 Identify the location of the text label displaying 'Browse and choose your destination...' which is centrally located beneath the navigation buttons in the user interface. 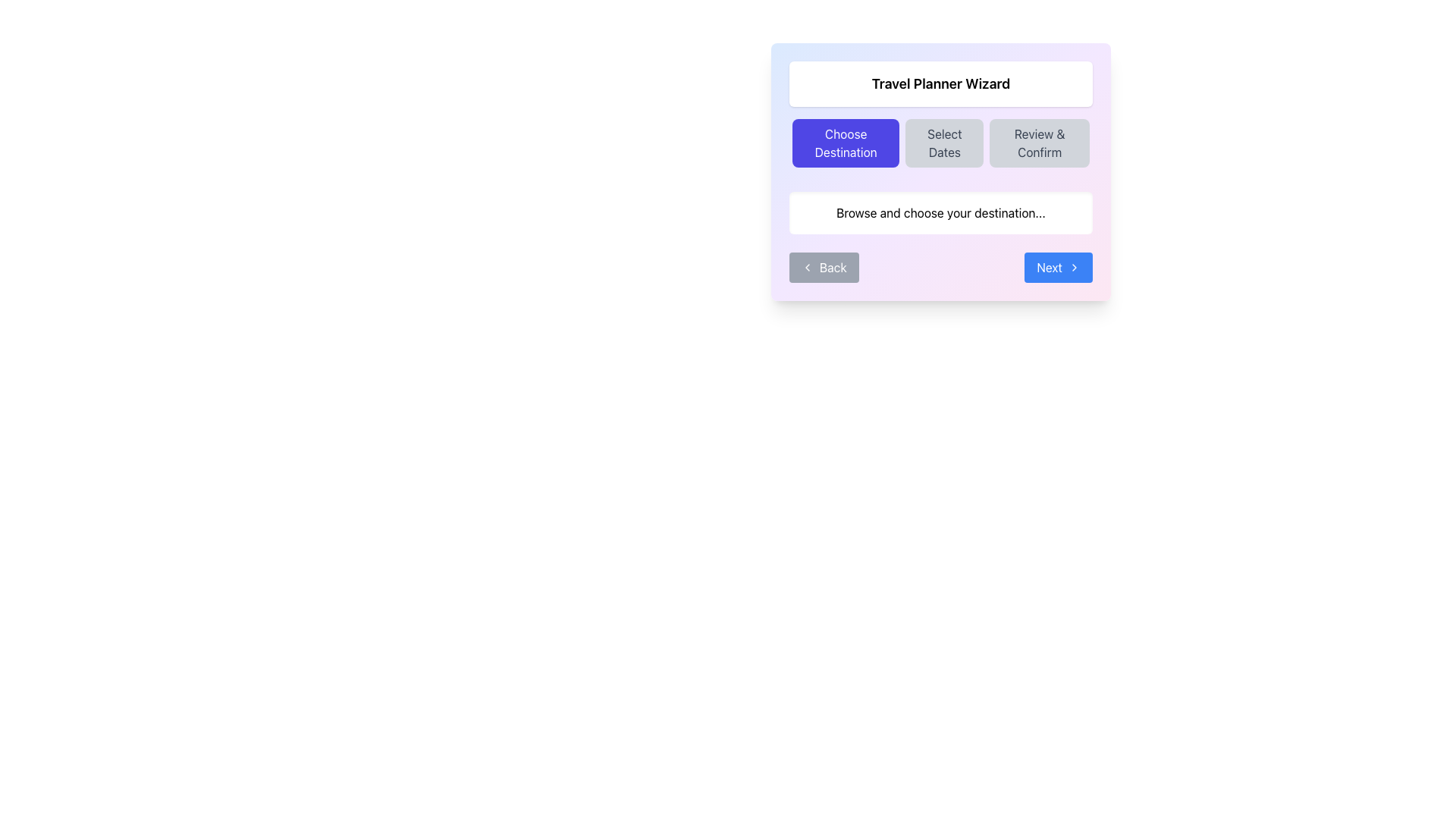
(940, 213).